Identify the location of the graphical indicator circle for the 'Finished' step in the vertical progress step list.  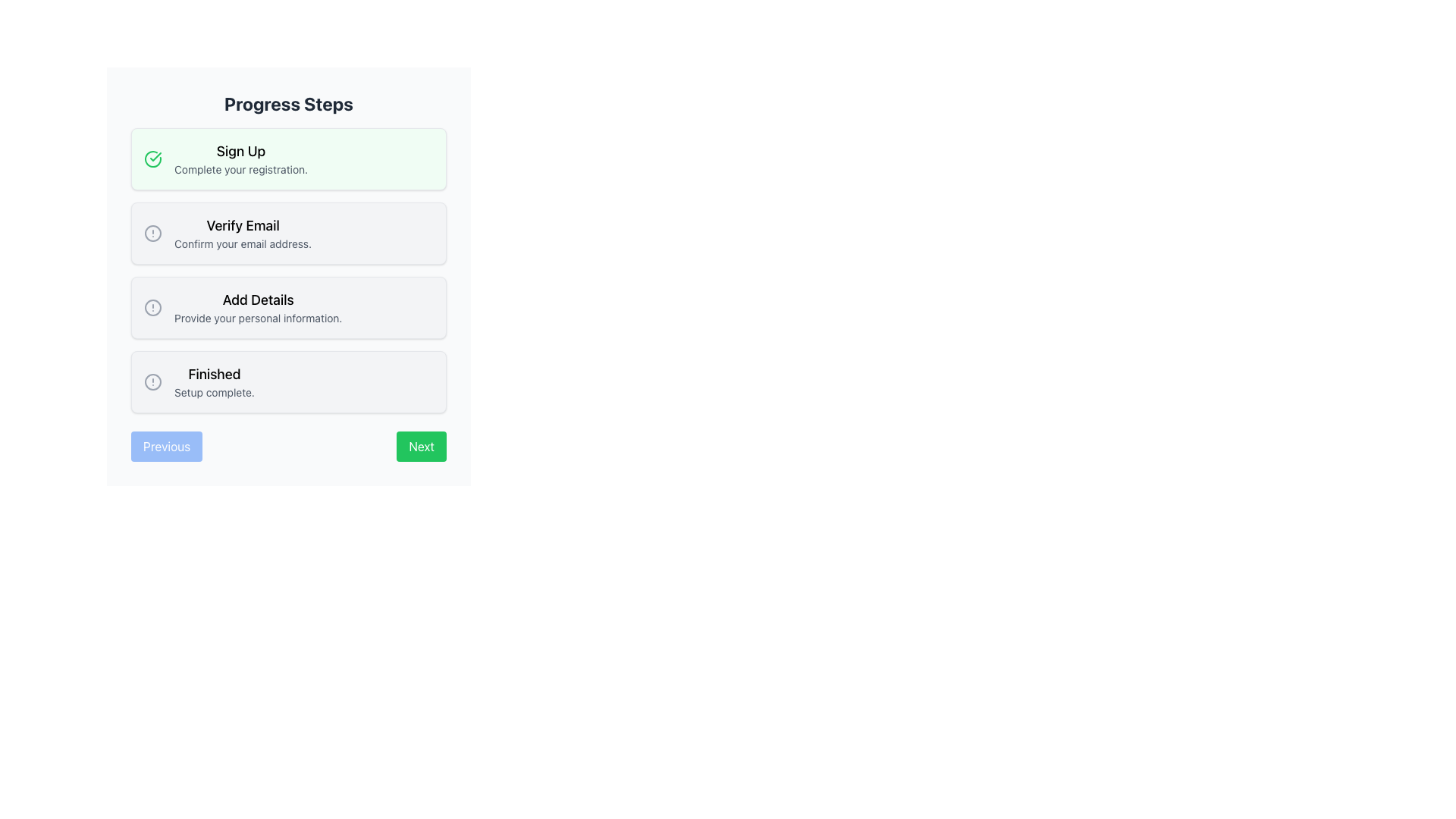
(152, 381).